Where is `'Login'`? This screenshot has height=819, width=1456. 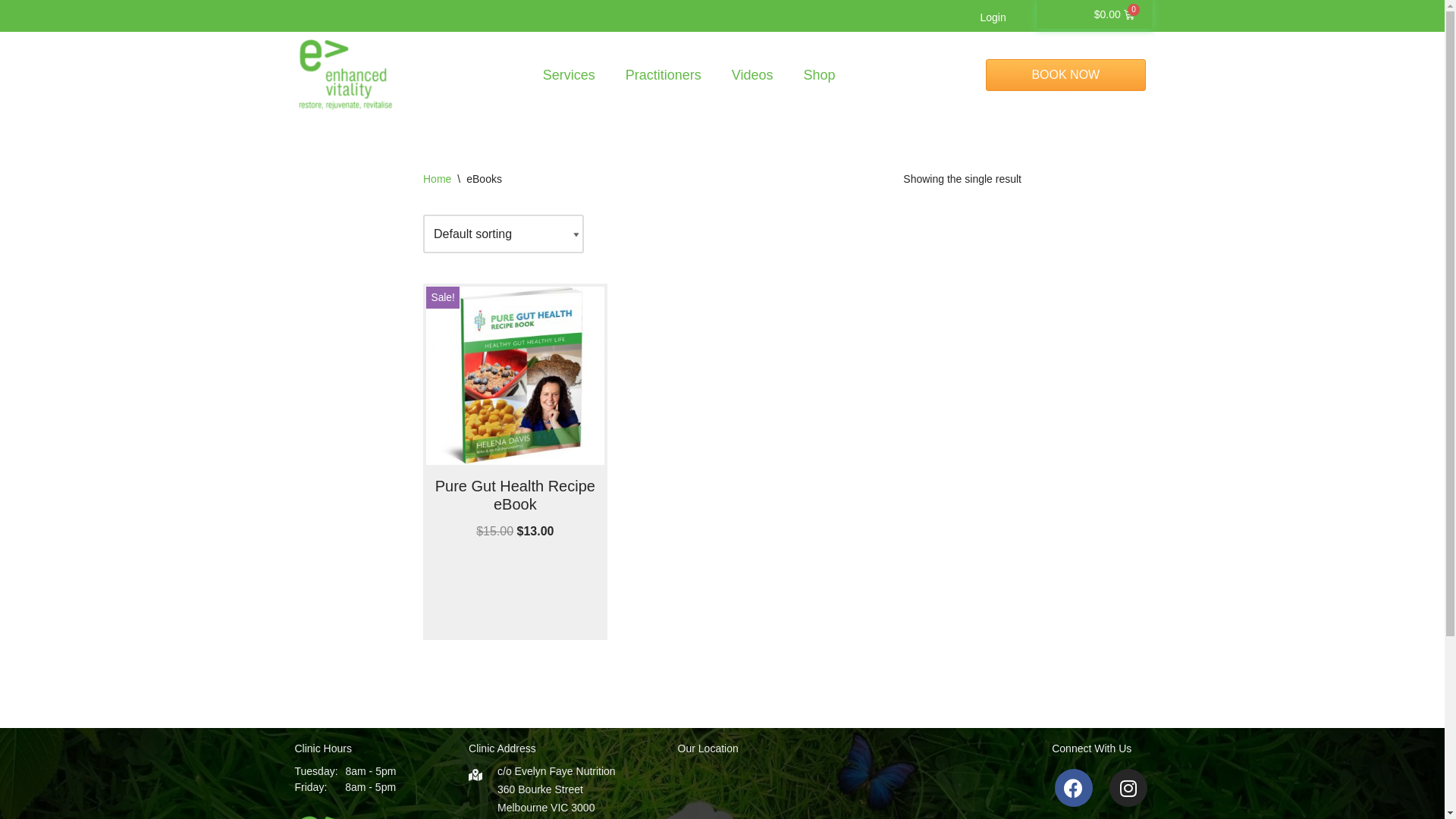
'Login' is located at coordinates (964, 17).